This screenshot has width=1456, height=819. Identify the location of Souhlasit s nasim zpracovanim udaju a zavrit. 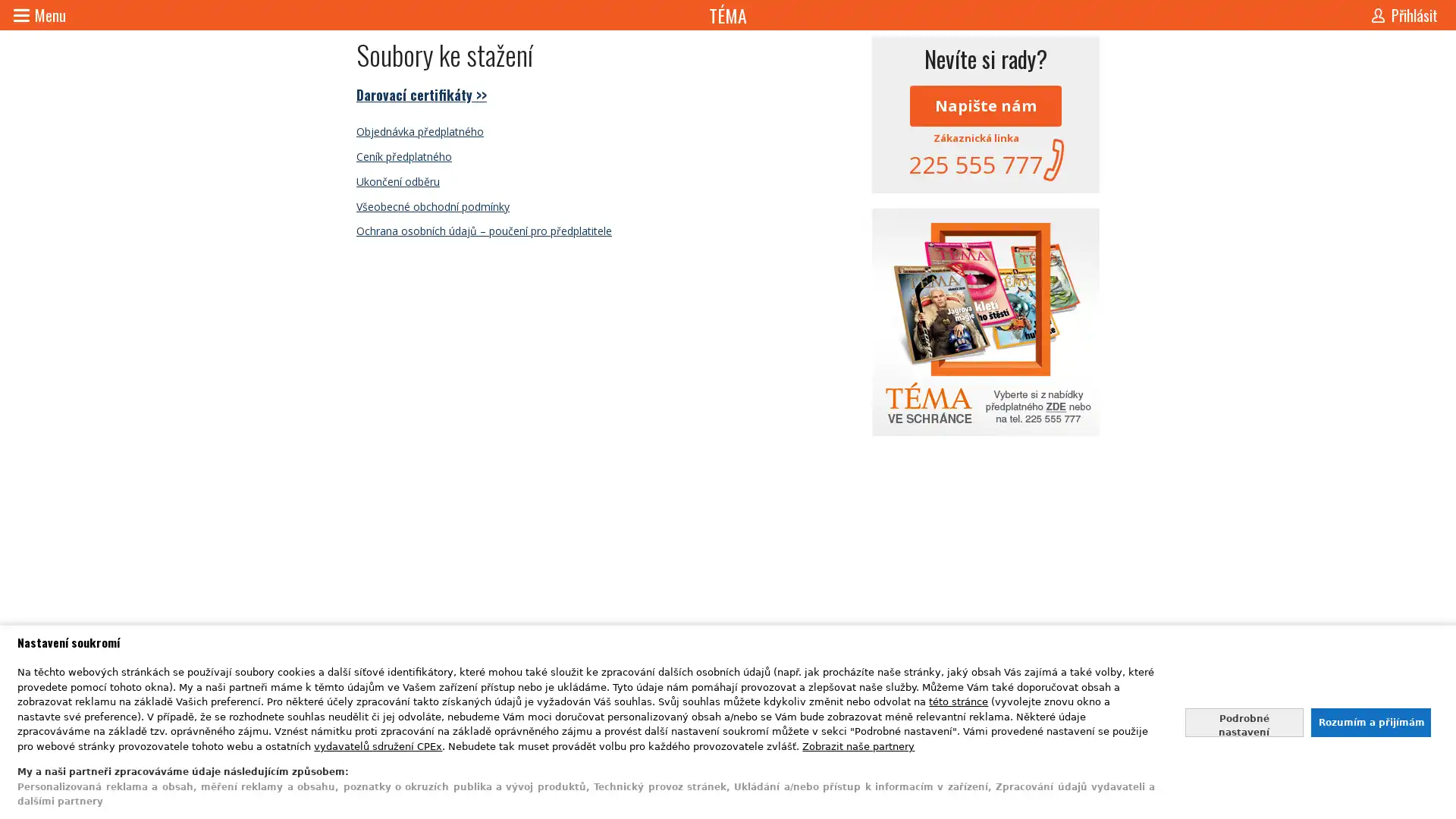
(1370, 721).